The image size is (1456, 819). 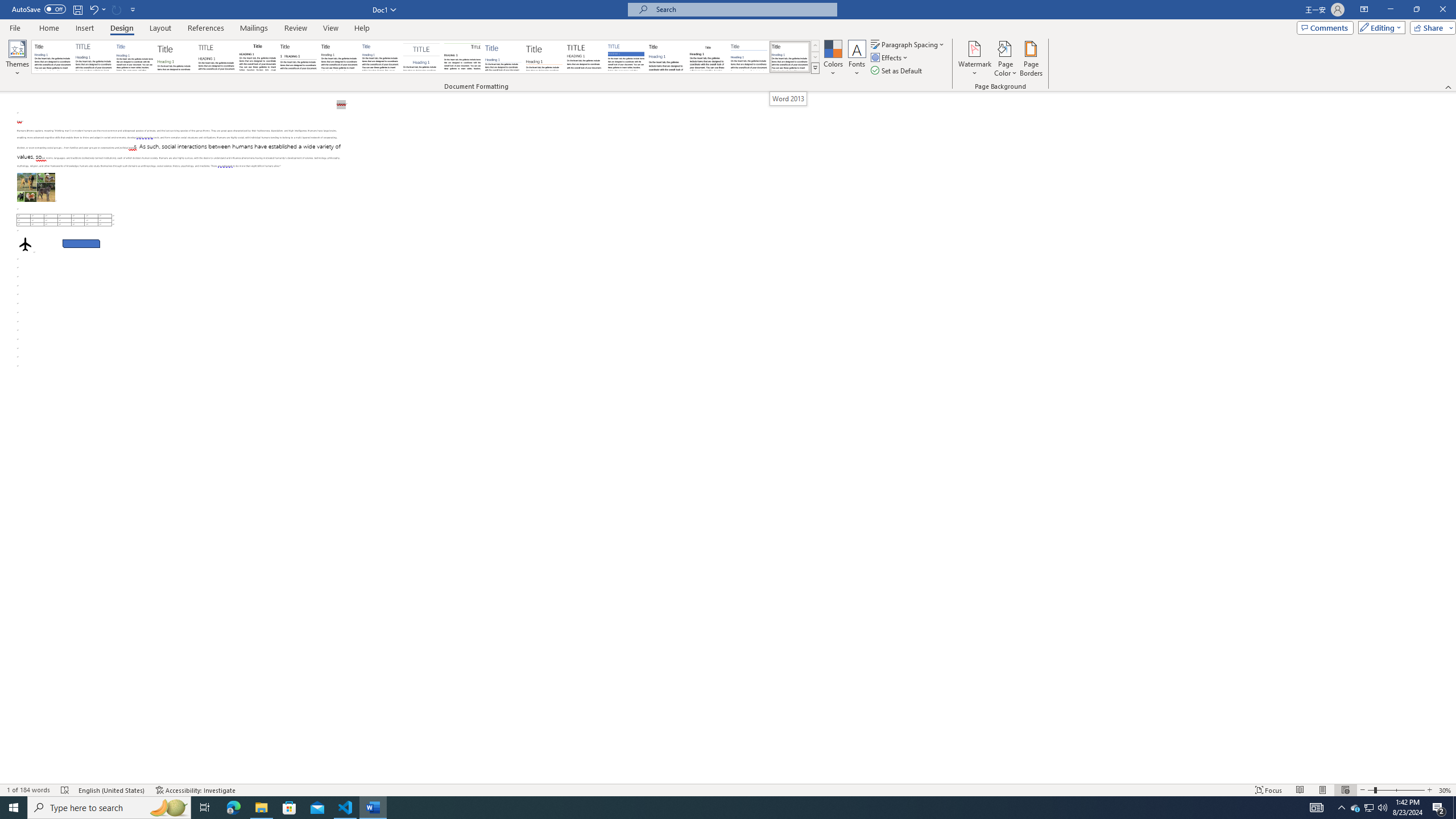 I want to click on 'Can', so click(x=117, y=9).